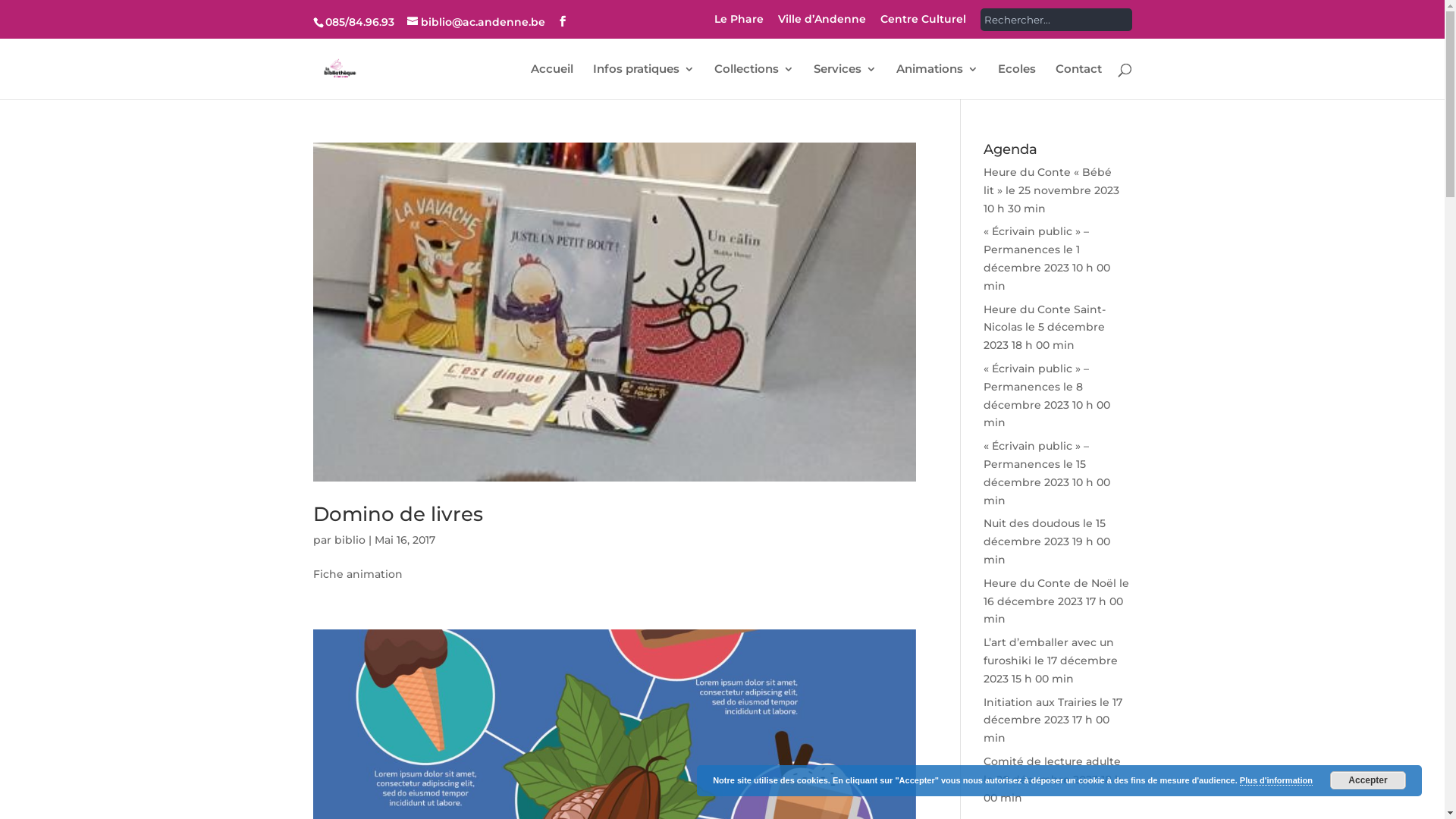 The width and height of the screenshot is (1456, 819). What do you see at coordinates (1276, 780) in the screenshot?
I see `'Plus d'information'` at bounding box center [1276, 780].